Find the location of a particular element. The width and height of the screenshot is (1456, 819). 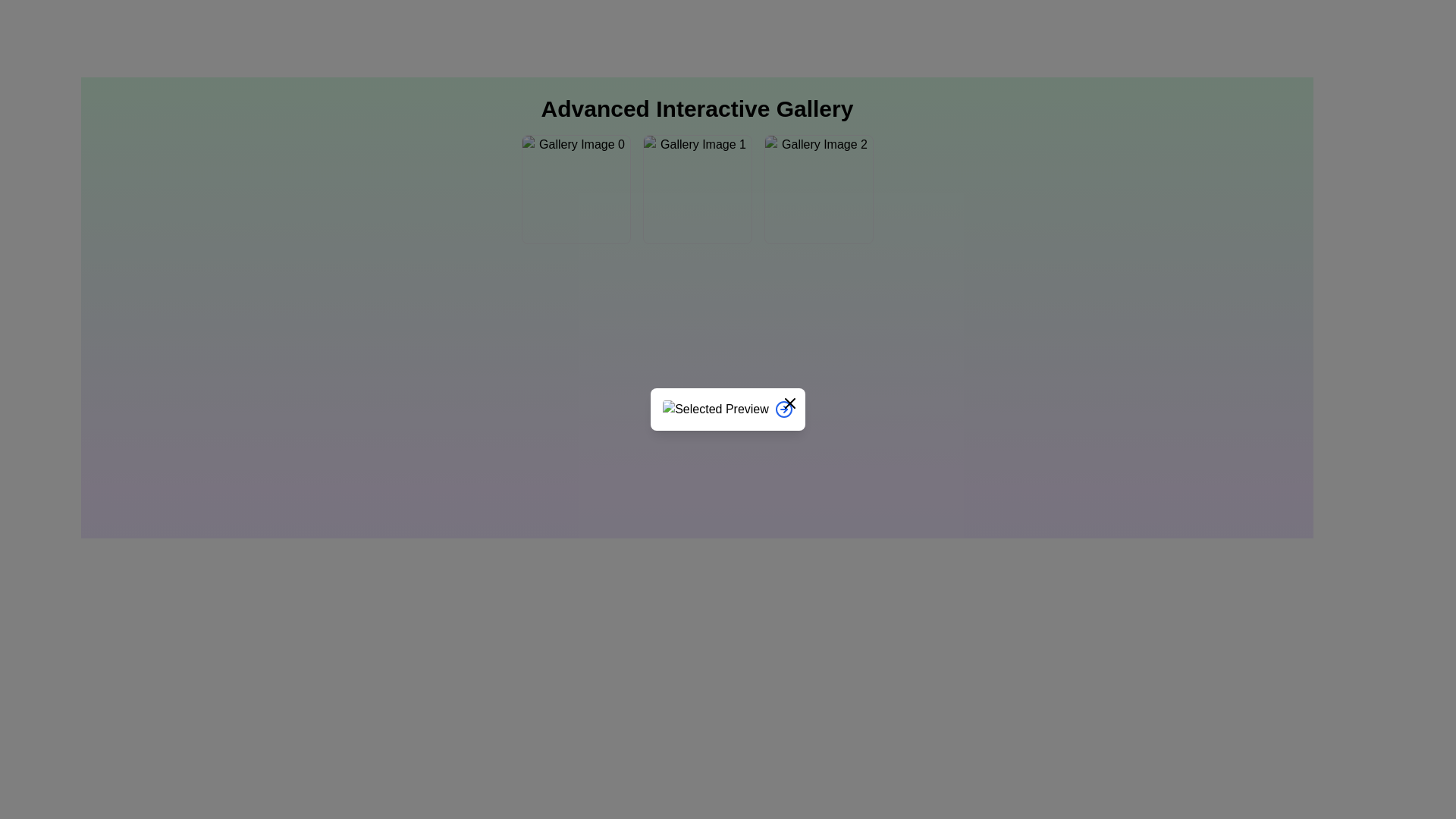

the close button located at the top-right corner of the white dialog box is located at coordinates (789, 403).